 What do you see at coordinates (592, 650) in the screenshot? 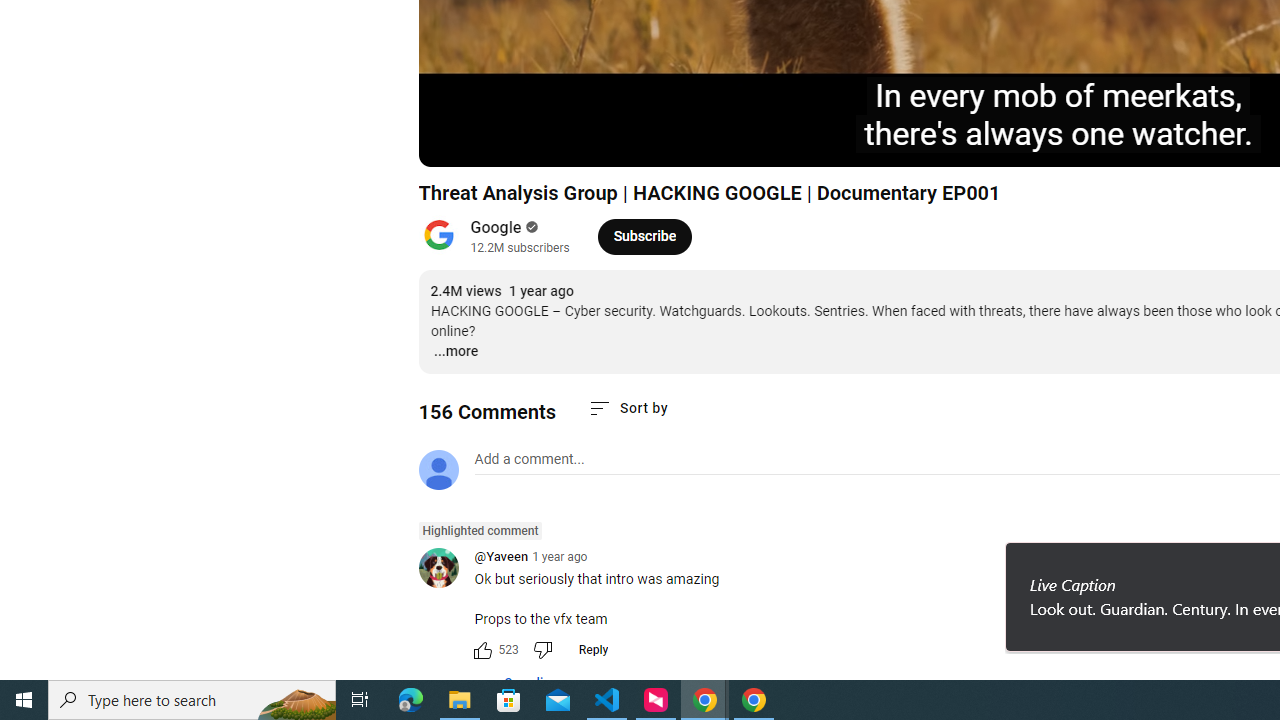
I see `'Reply'` at bounding box center [592, 650].